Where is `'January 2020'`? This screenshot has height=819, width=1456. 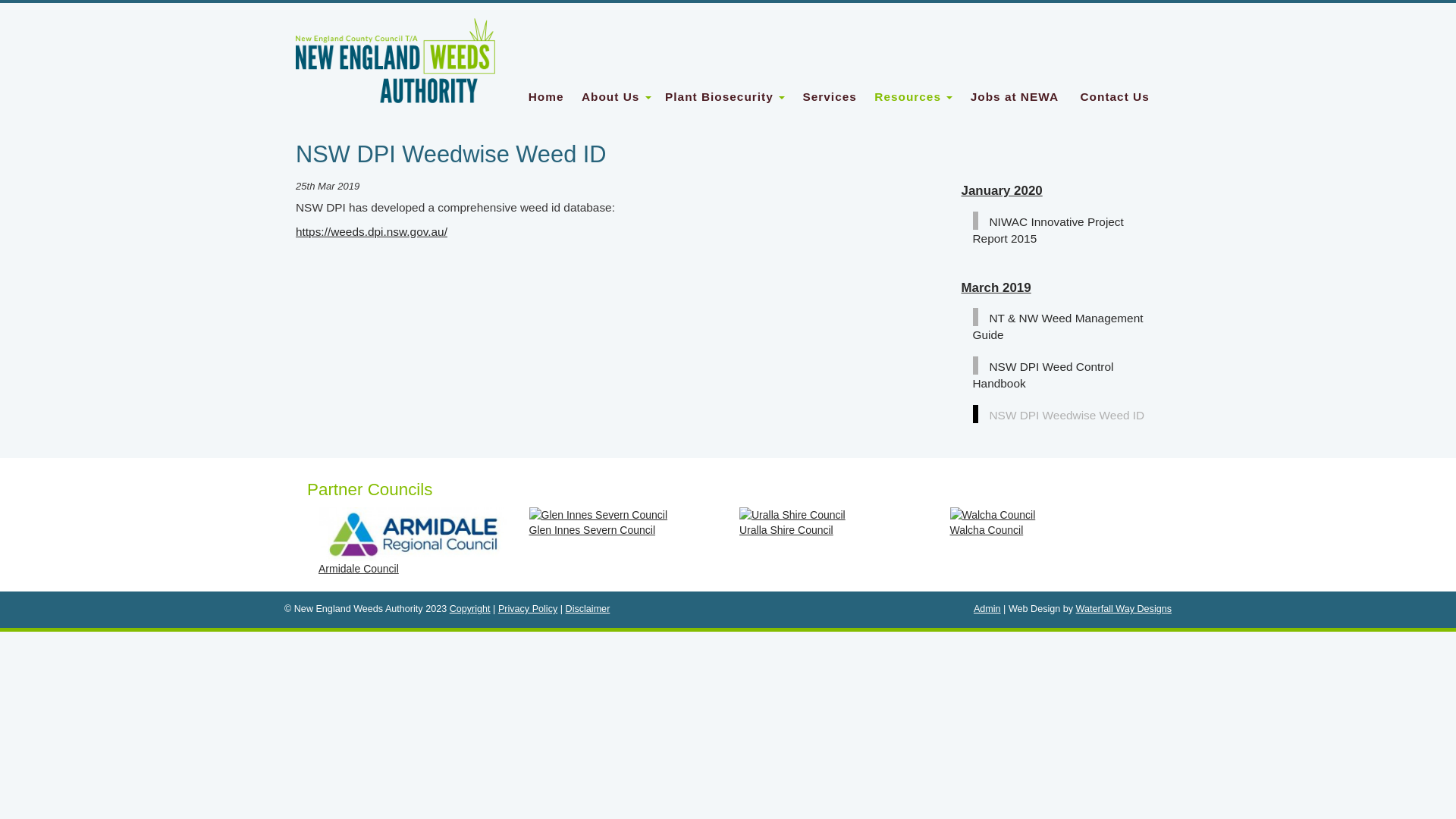
'January 2020' is located at coordinates (960, 190).